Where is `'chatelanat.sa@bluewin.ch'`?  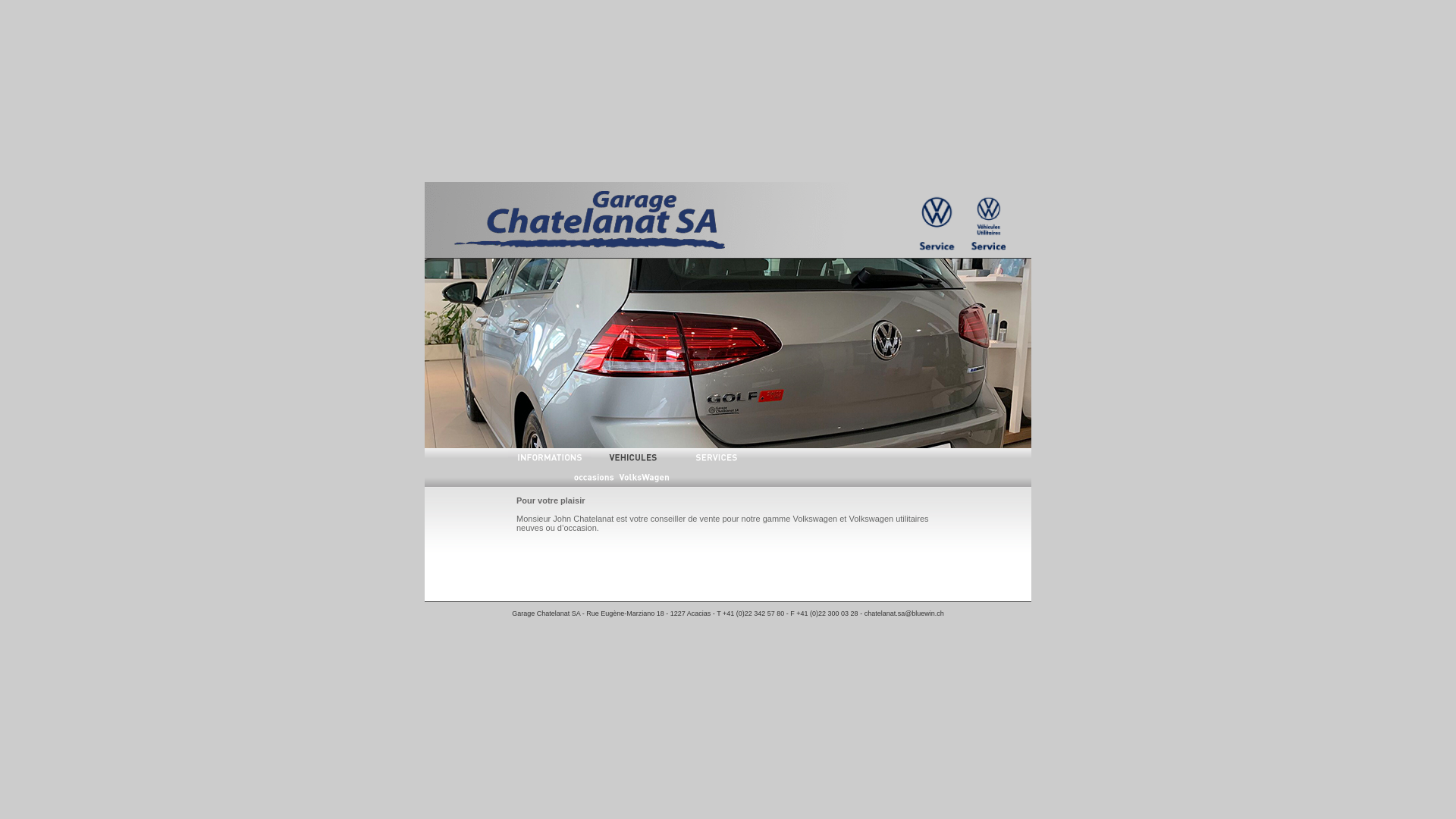
'chatelanat.sa@bluewin.ch' is located at coordinates (864, 613).